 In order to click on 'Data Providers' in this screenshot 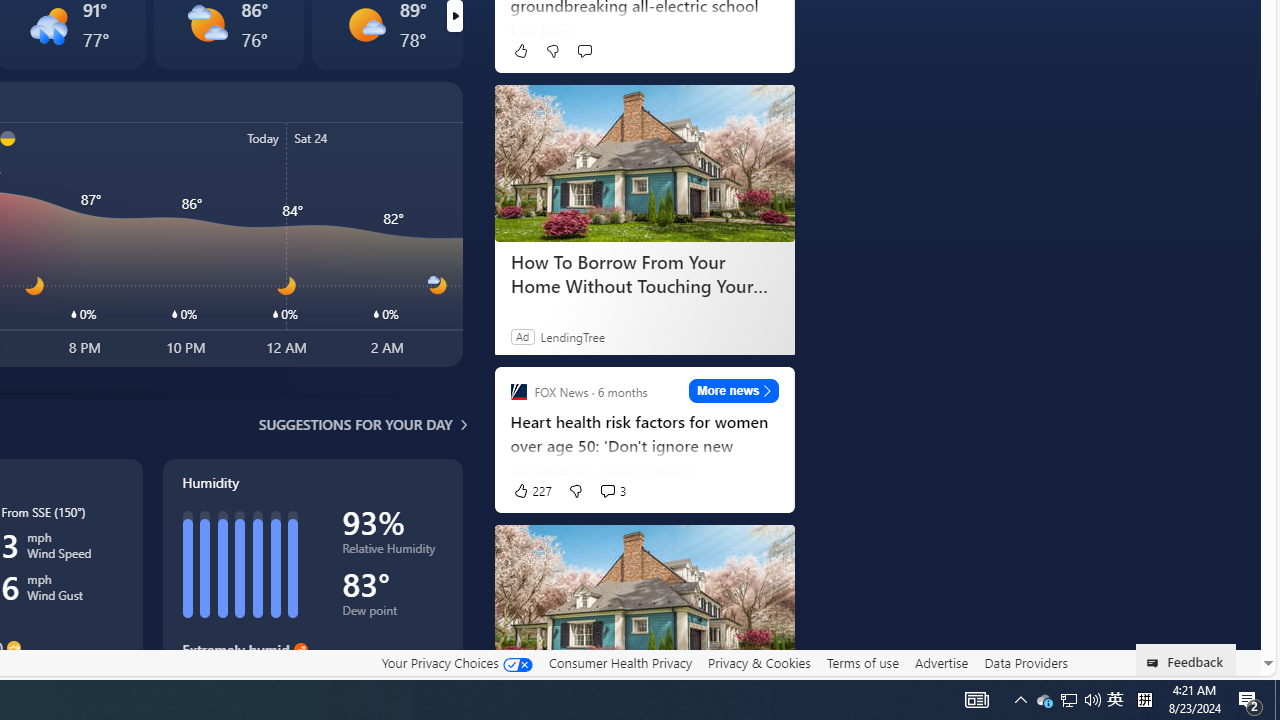, I will do `click(1025, 662)`.